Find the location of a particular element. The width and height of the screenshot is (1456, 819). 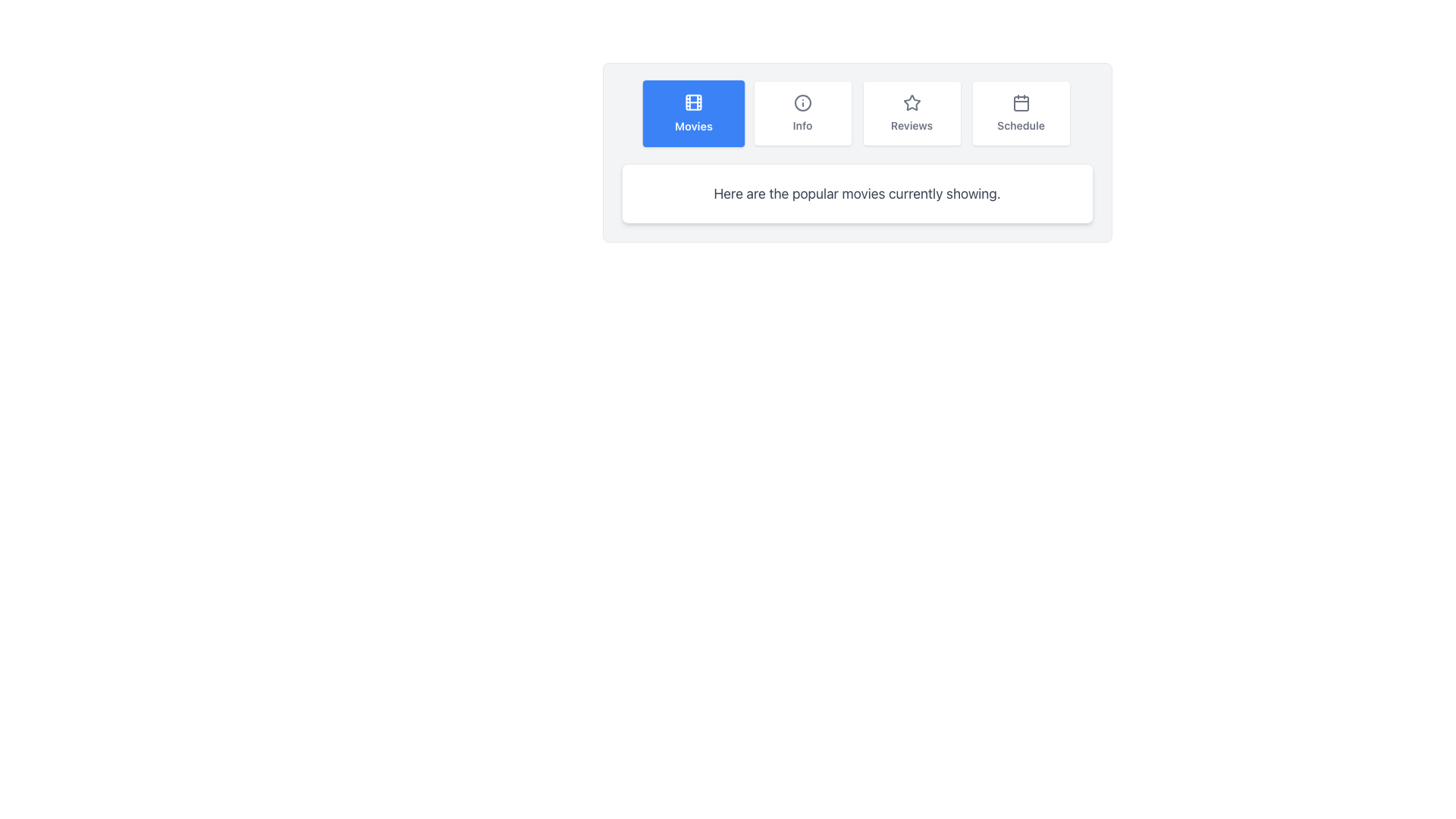

the navigation button for accessing the Reviews section, which is the third button from the left in a horizontal arrangement of four buttons, located between the 'Info' and 'Schedule' buttons is located at coordinates (911, 113).